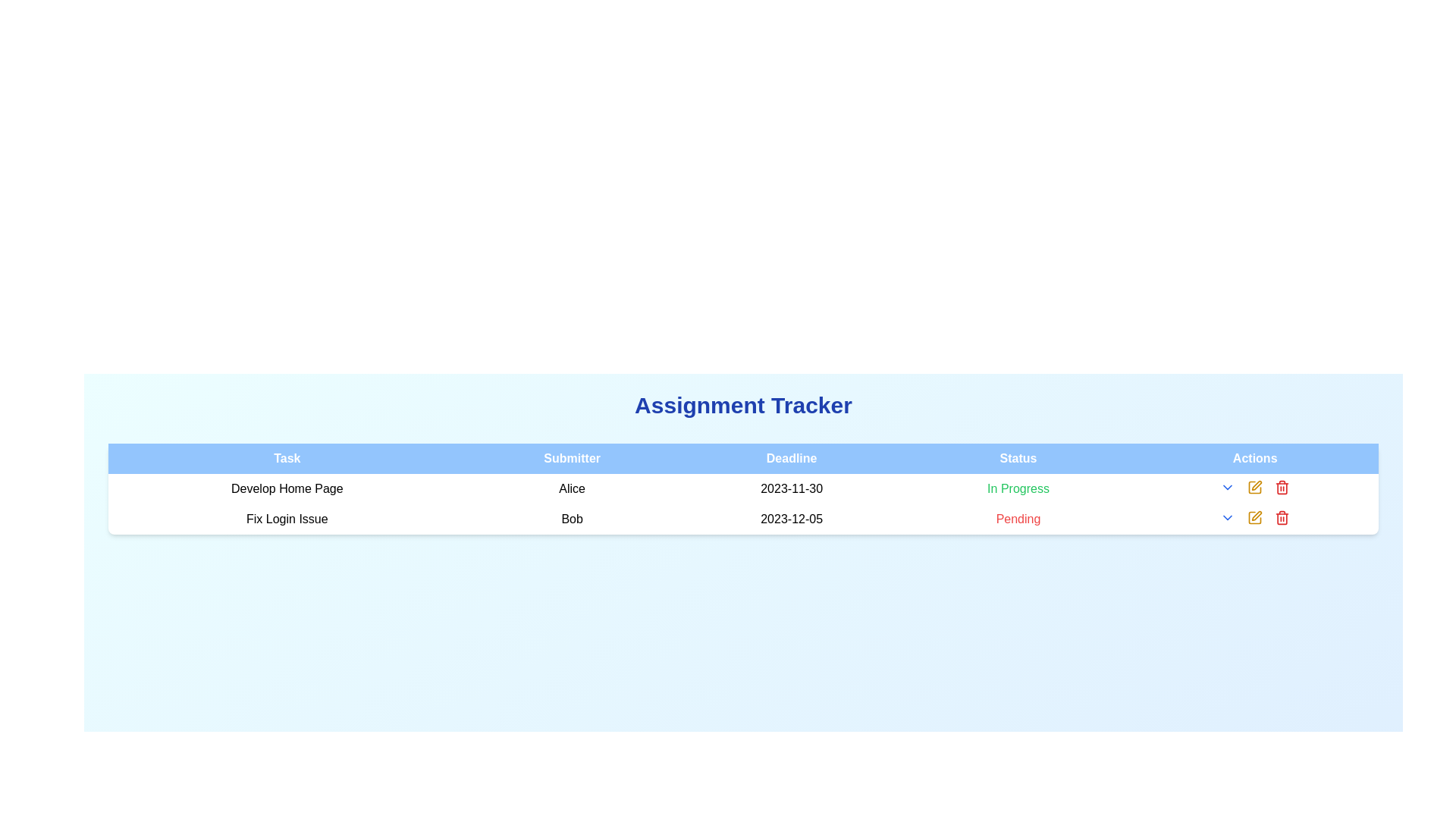  I want to click on text displayed in the 'Status' column for the task 'Develop Home Page', indicating the current status of the task, so click(1018, 488).